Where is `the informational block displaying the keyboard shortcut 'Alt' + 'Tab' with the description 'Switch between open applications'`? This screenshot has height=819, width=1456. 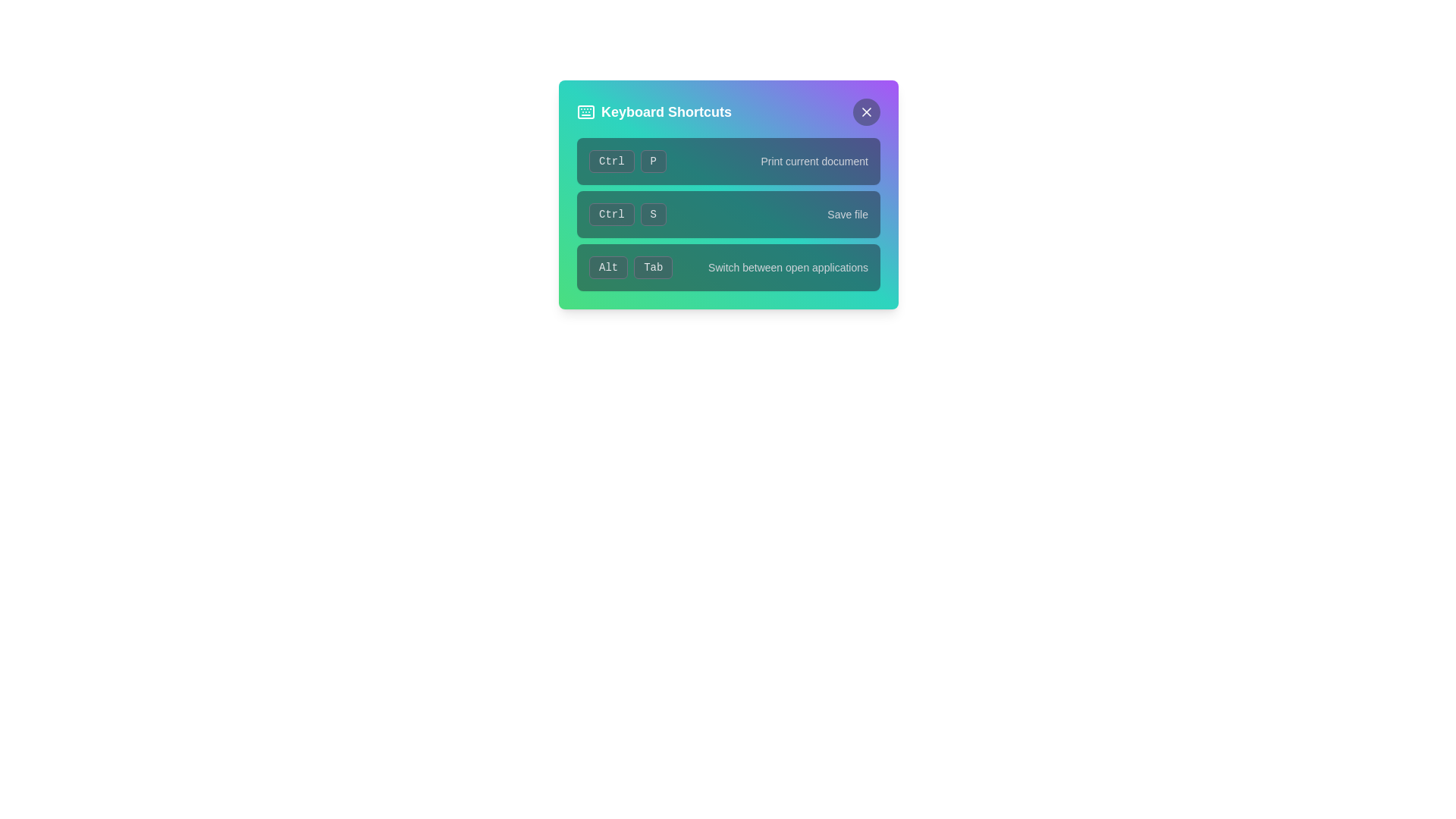
the informational block displaying the keyboard shortcut 'Alt' + 'Tab' with the description 'Switch between open applications' is located at coordinates (728, 267).